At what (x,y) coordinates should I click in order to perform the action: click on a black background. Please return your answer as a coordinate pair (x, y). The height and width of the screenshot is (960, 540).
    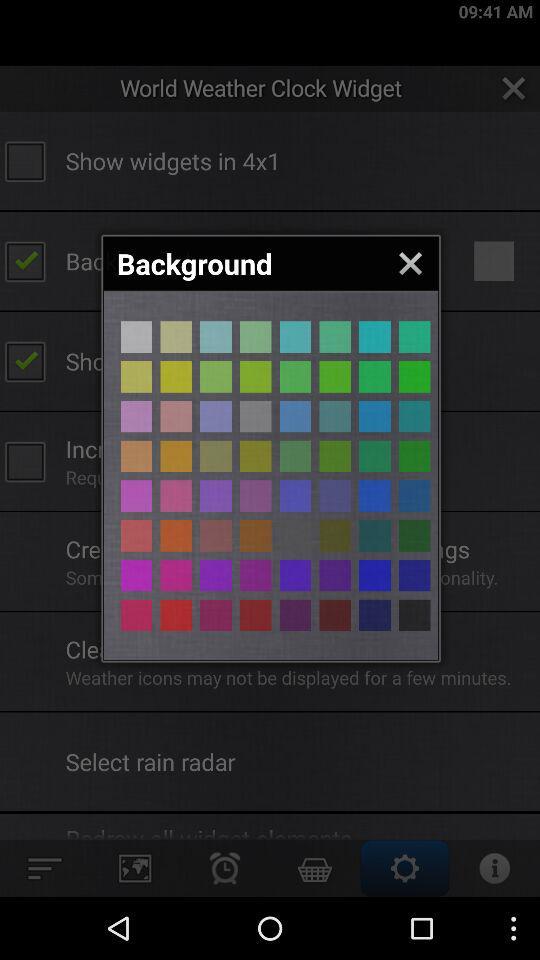
    Looking at the image, I should click on (374, 495).